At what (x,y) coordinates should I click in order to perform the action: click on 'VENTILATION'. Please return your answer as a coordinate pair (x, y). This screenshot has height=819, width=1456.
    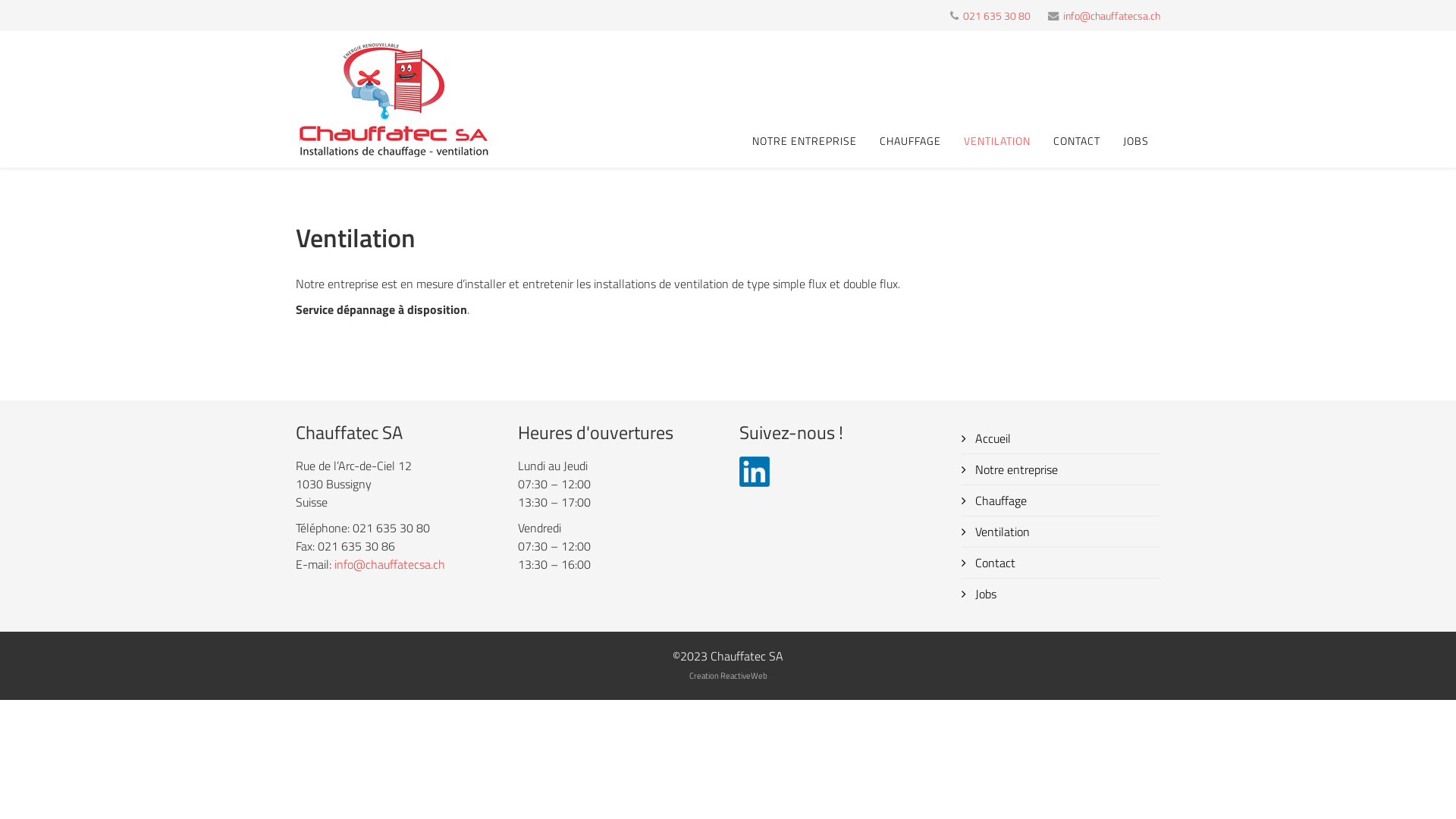
    Looking at the image, I should click on (997, 140).